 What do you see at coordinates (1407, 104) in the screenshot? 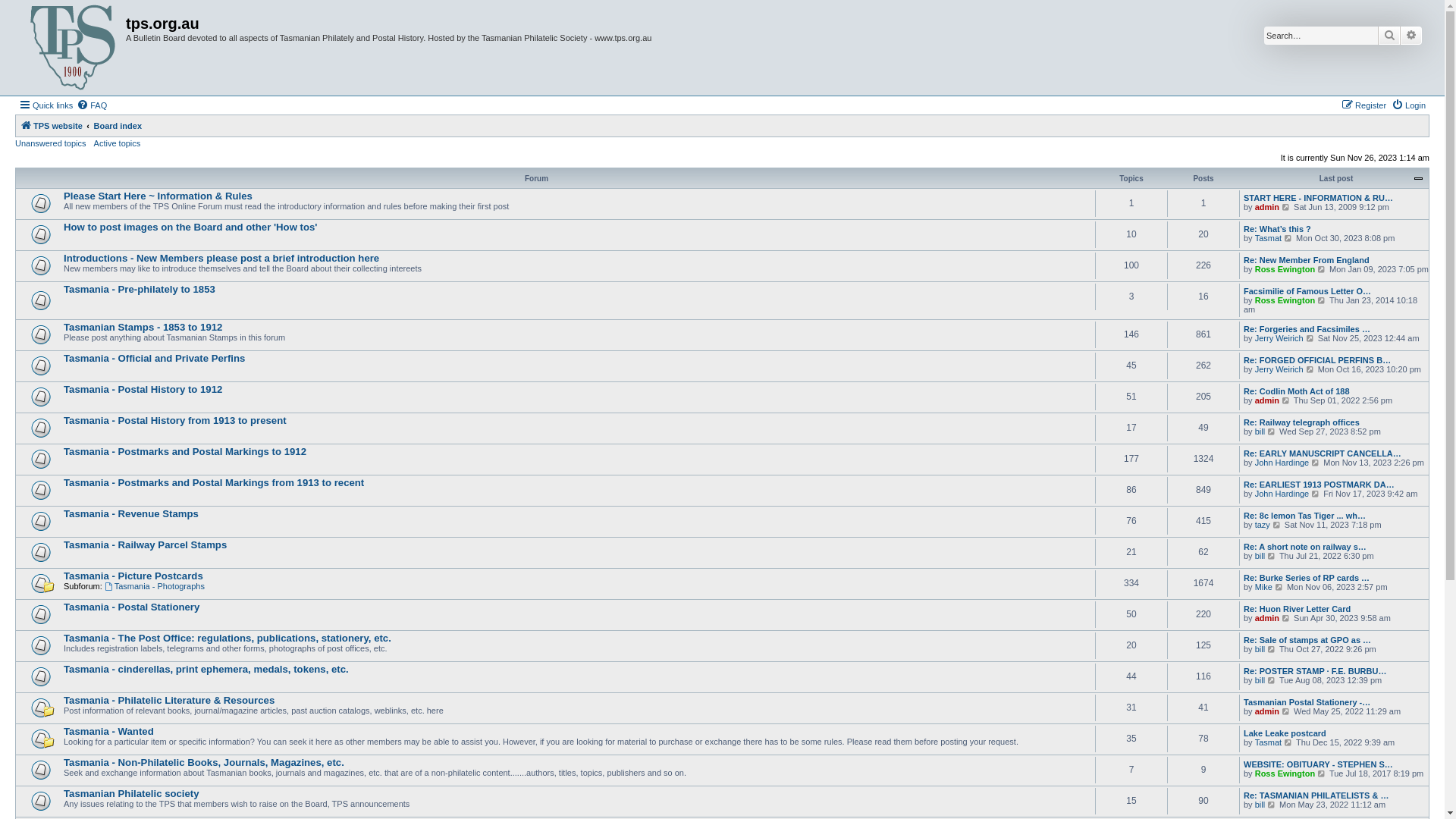
I see `'Login'` at bounding box center [1407, 104].